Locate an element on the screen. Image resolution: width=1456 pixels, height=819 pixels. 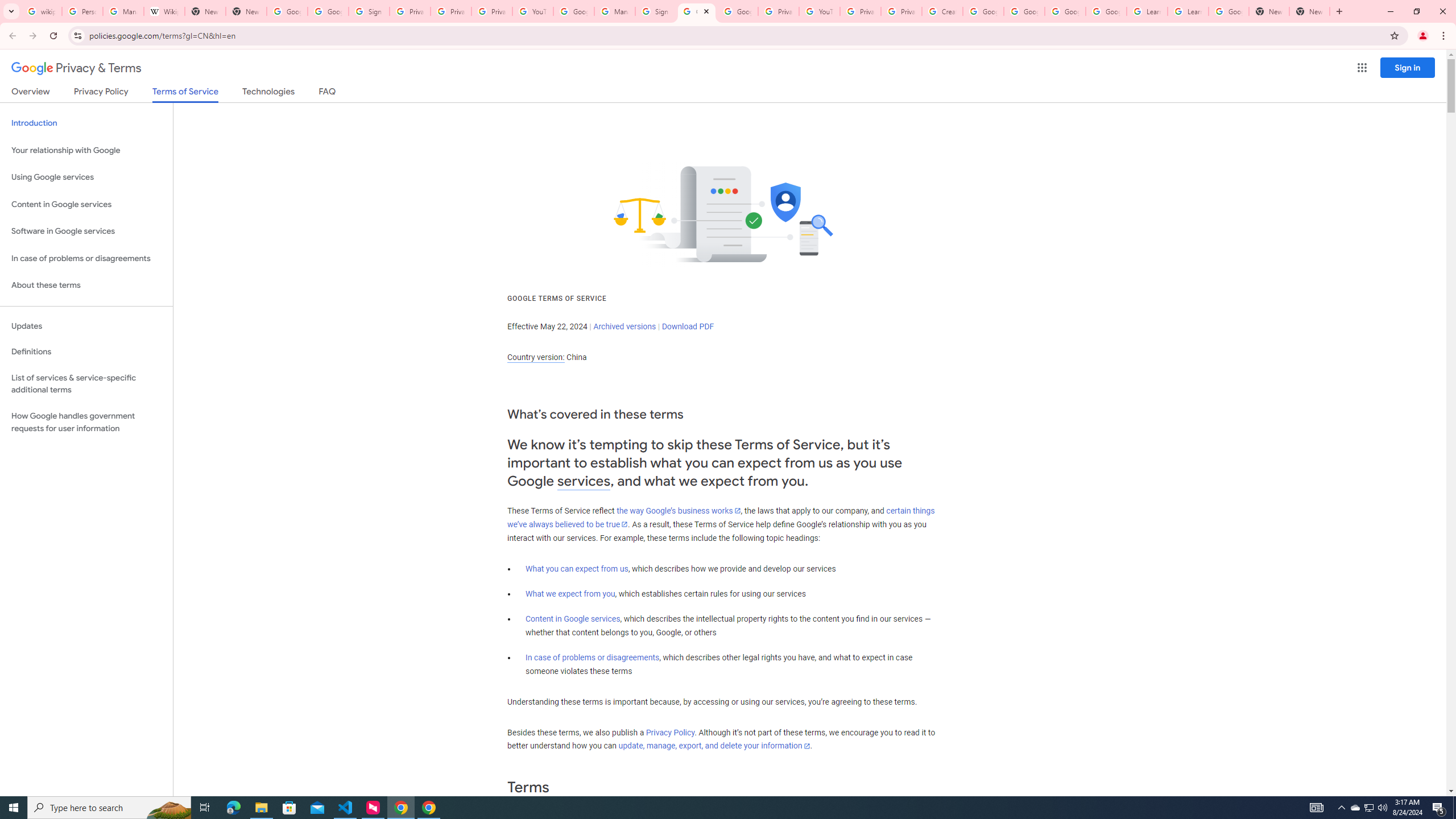
'Using Google services' is located at coordinates (86, 176).